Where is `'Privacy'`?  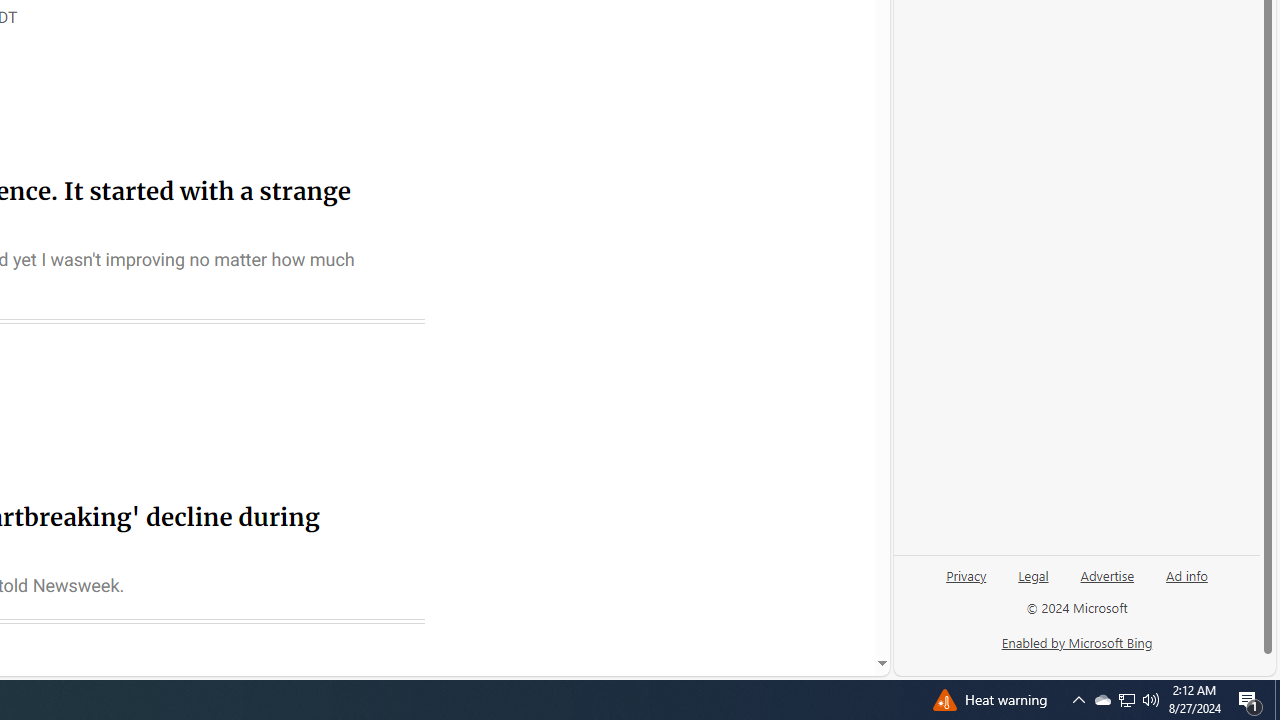
'Privacy' is located at coordinates (966, 574).